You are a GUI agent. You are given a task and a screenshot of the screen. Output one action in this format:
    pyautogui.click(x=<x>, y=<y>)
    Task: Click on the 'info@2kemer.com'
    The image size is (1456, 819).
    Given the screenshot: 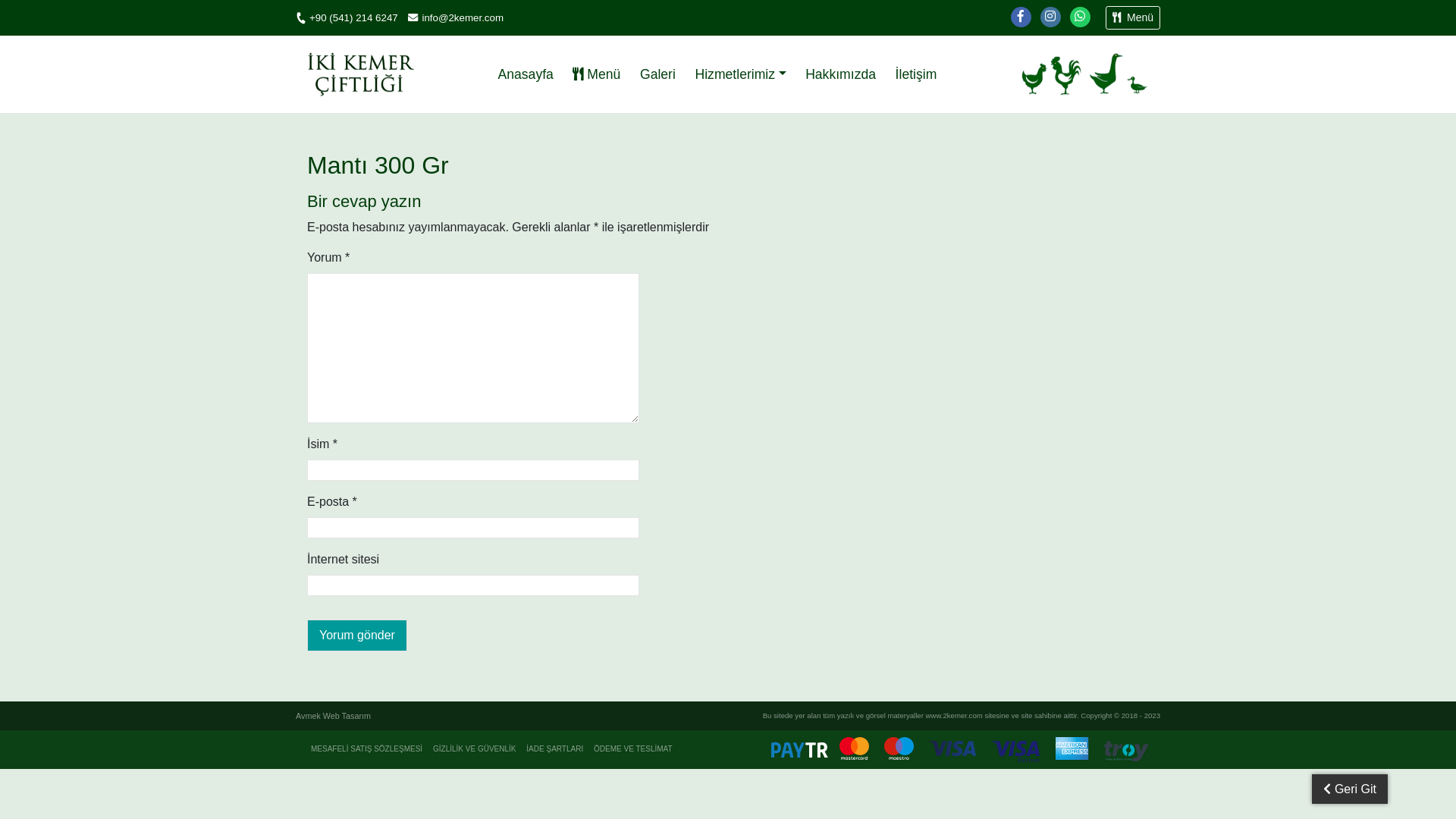 What is the action you would take?
    pyautogui.click(x=454, y=17)
    